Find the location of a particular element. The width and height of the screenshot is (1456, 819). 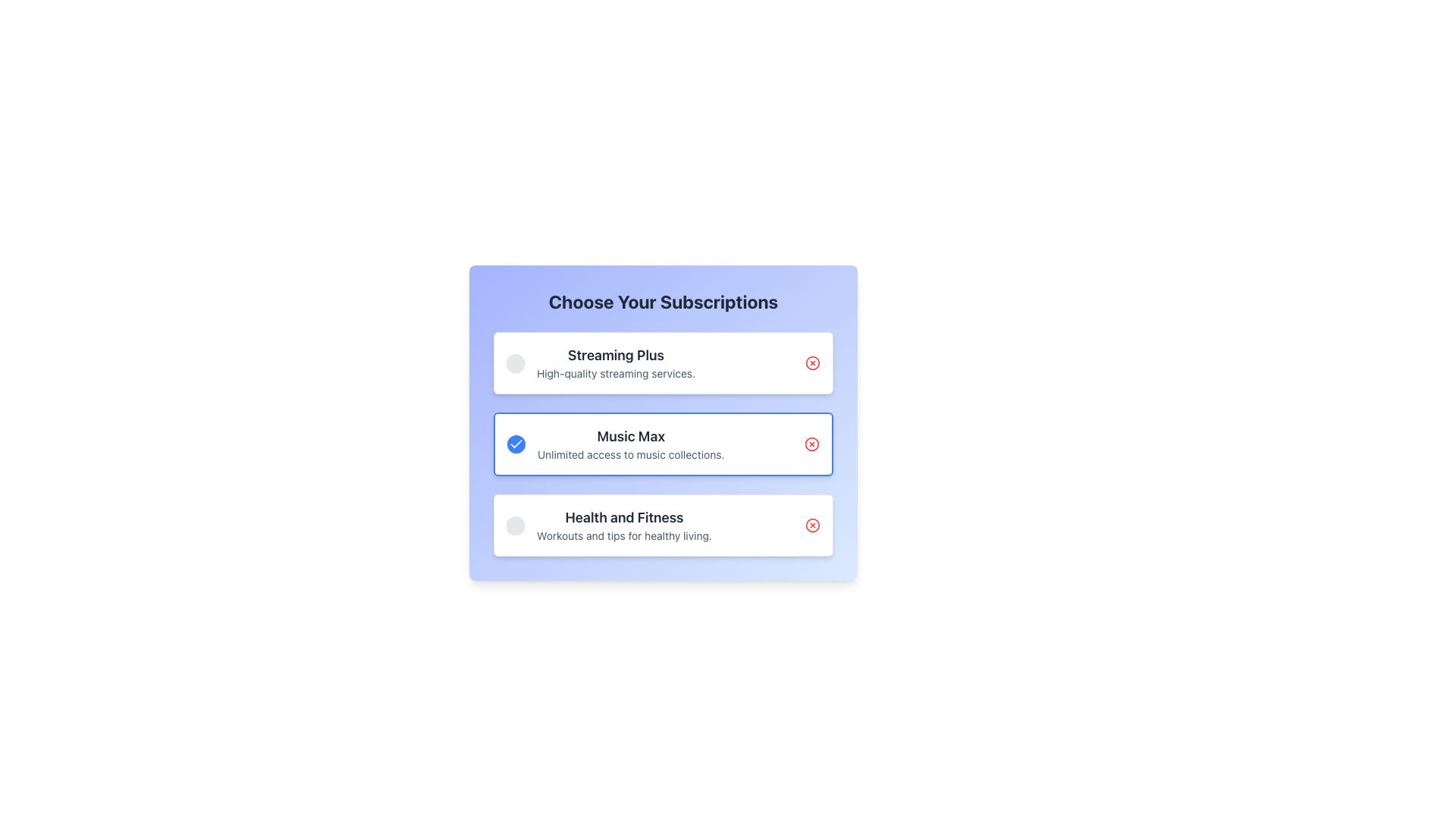

the static text displaying 'Workouts and tips for healthy living.' located beneath the title 'Health and Fitness' in the third subscription option card is located at coordinates (624, 535).